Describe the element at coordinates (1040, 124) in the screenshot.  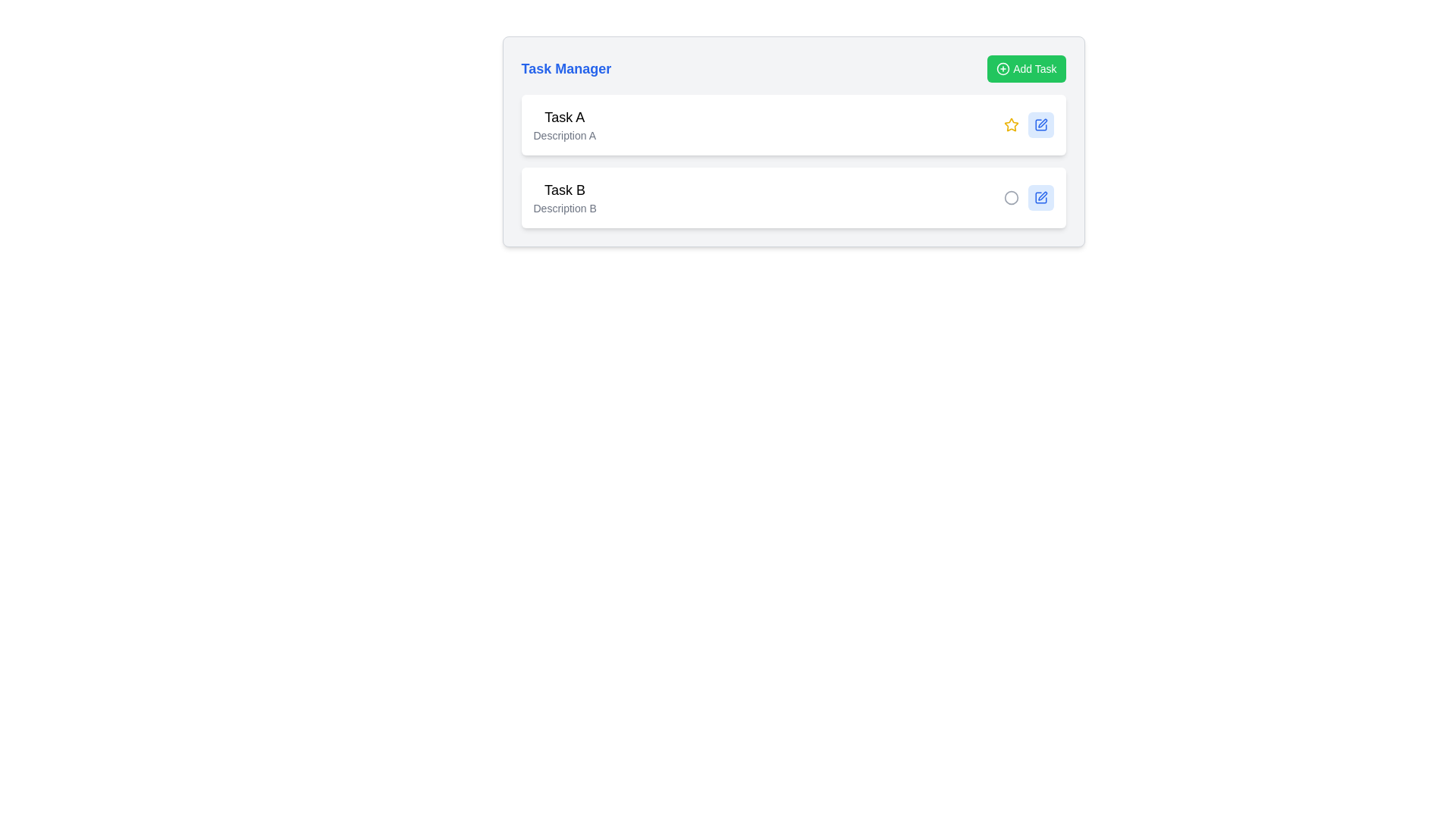
I see `the icon button located in the top-right corner of the list item labeled 'Task A'` at that location.